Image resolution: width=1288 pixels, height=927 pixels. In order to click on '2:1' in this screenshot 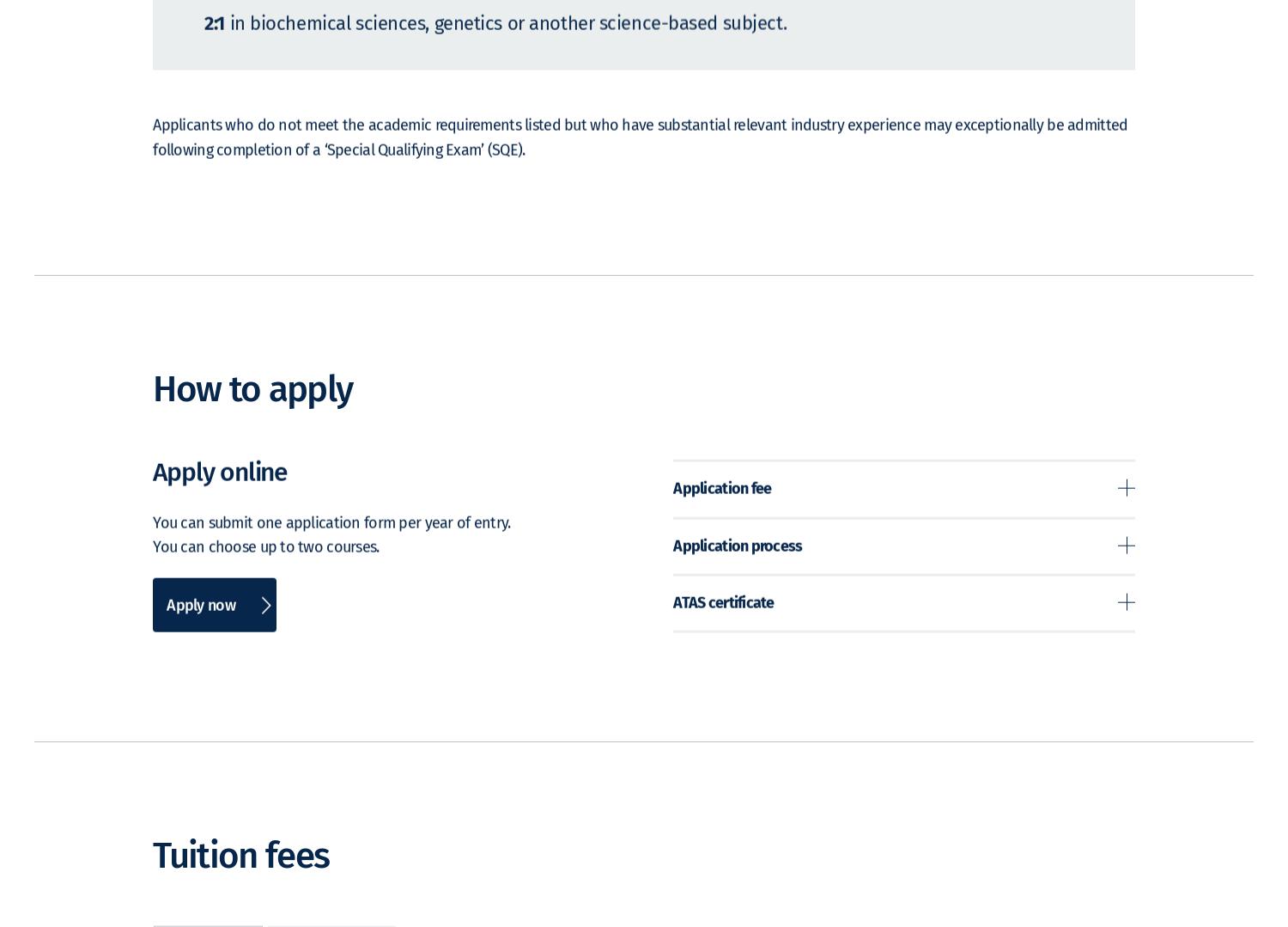, I will do `click(204, 73)`.